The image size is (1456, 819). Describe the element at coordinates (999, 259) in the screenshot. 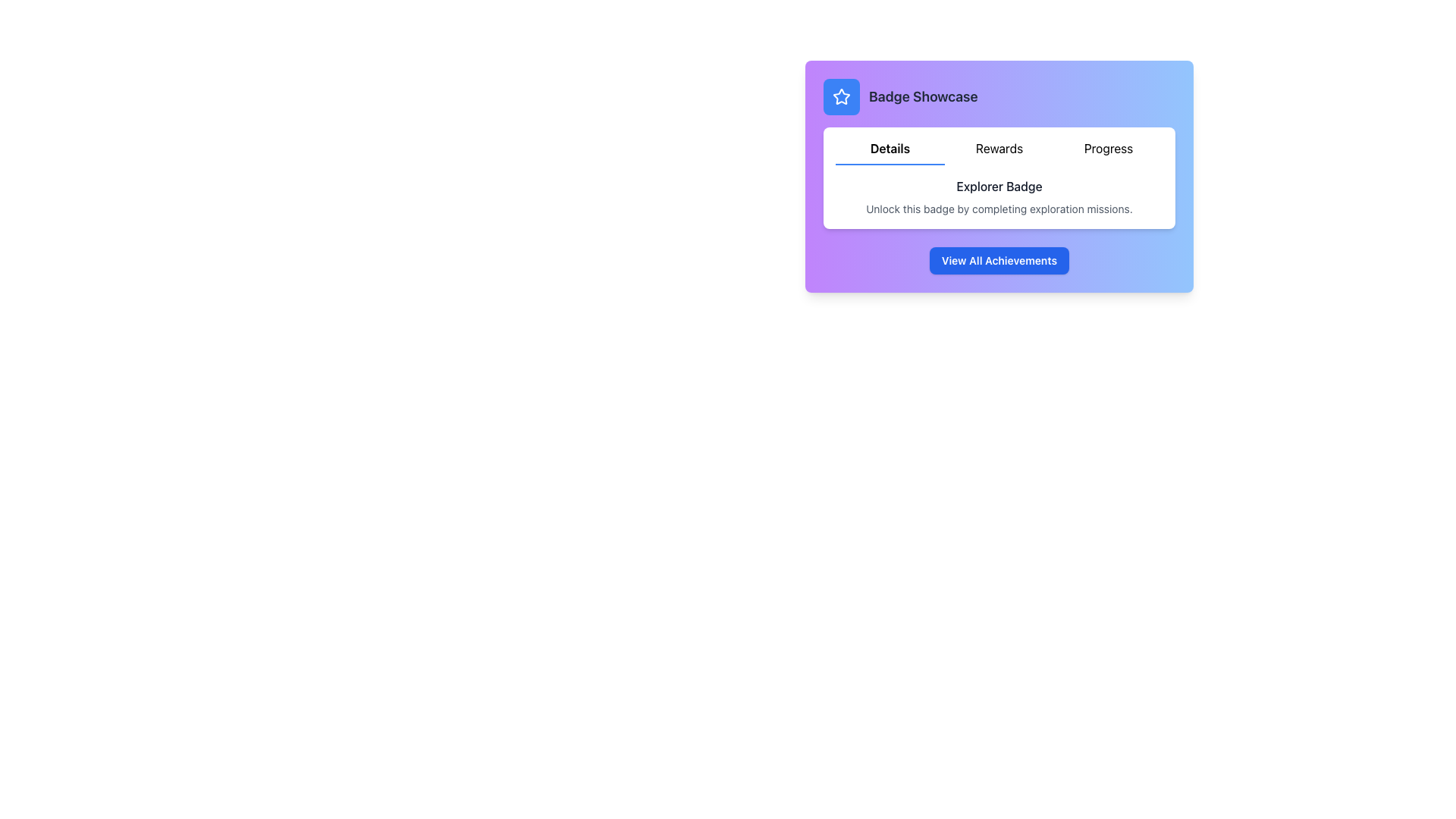

I see `the button that navigates to the achievements section within the 'Badge Showcase' panel to enable keyboard interaction` at that location.